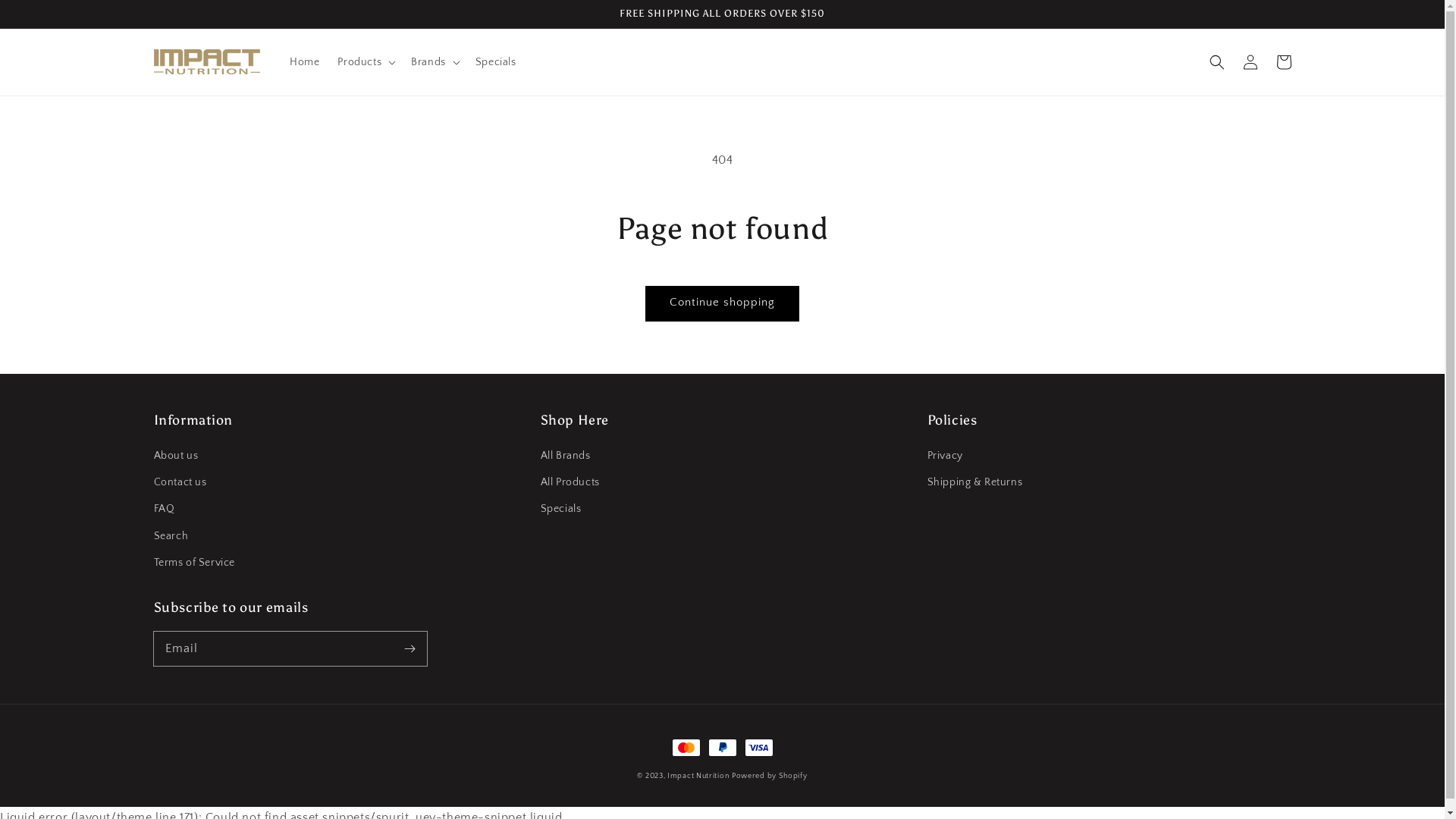 This screenshot has width=1456, height=819. What do you see at coordinates (943, 457) in the screenshot?
I see `'Privacy'` at bounding box center [943, 457].